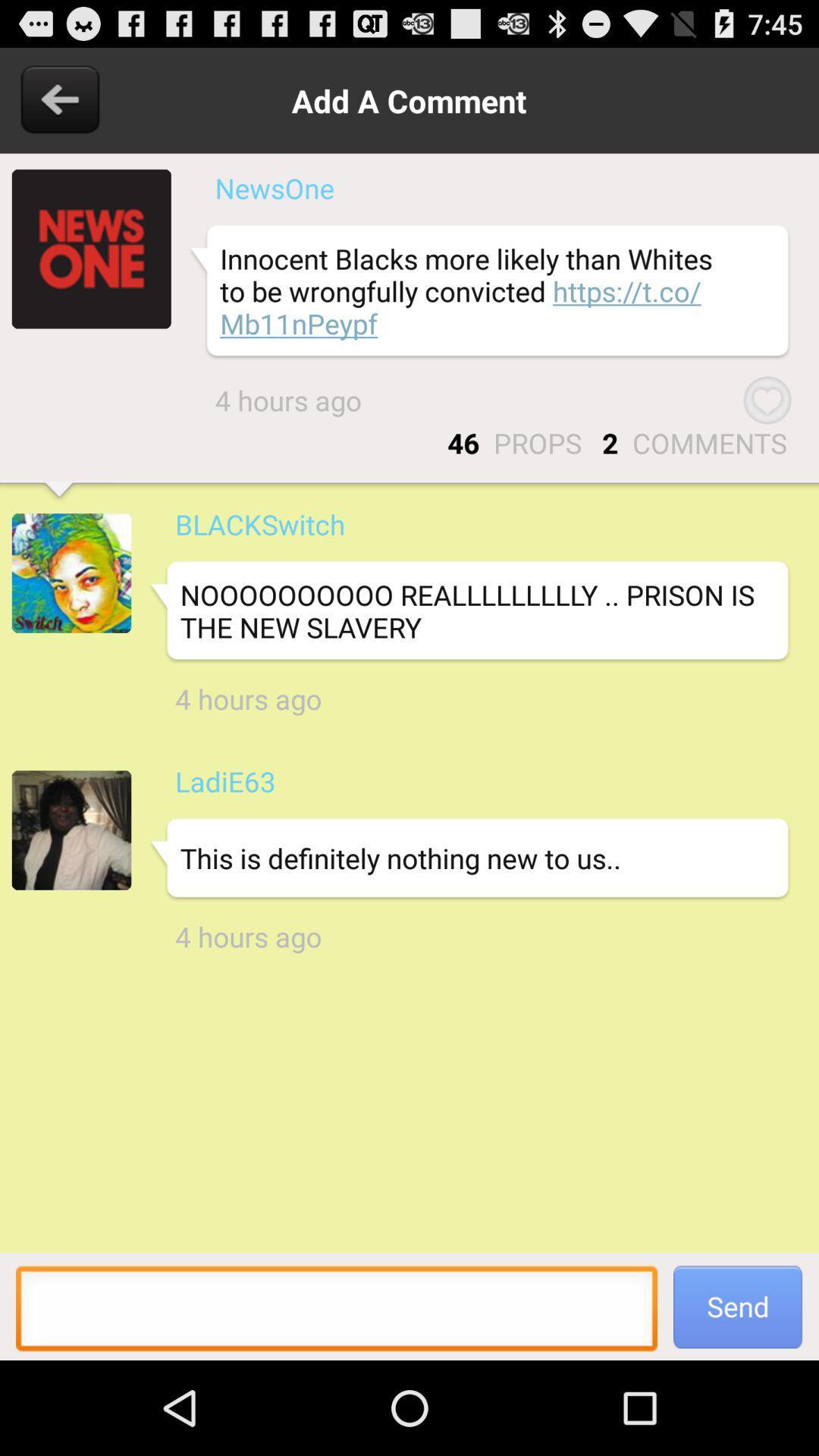 The image size is (819, 1456). I want to click on app below the 4 hours ago app, so click(225, 781).